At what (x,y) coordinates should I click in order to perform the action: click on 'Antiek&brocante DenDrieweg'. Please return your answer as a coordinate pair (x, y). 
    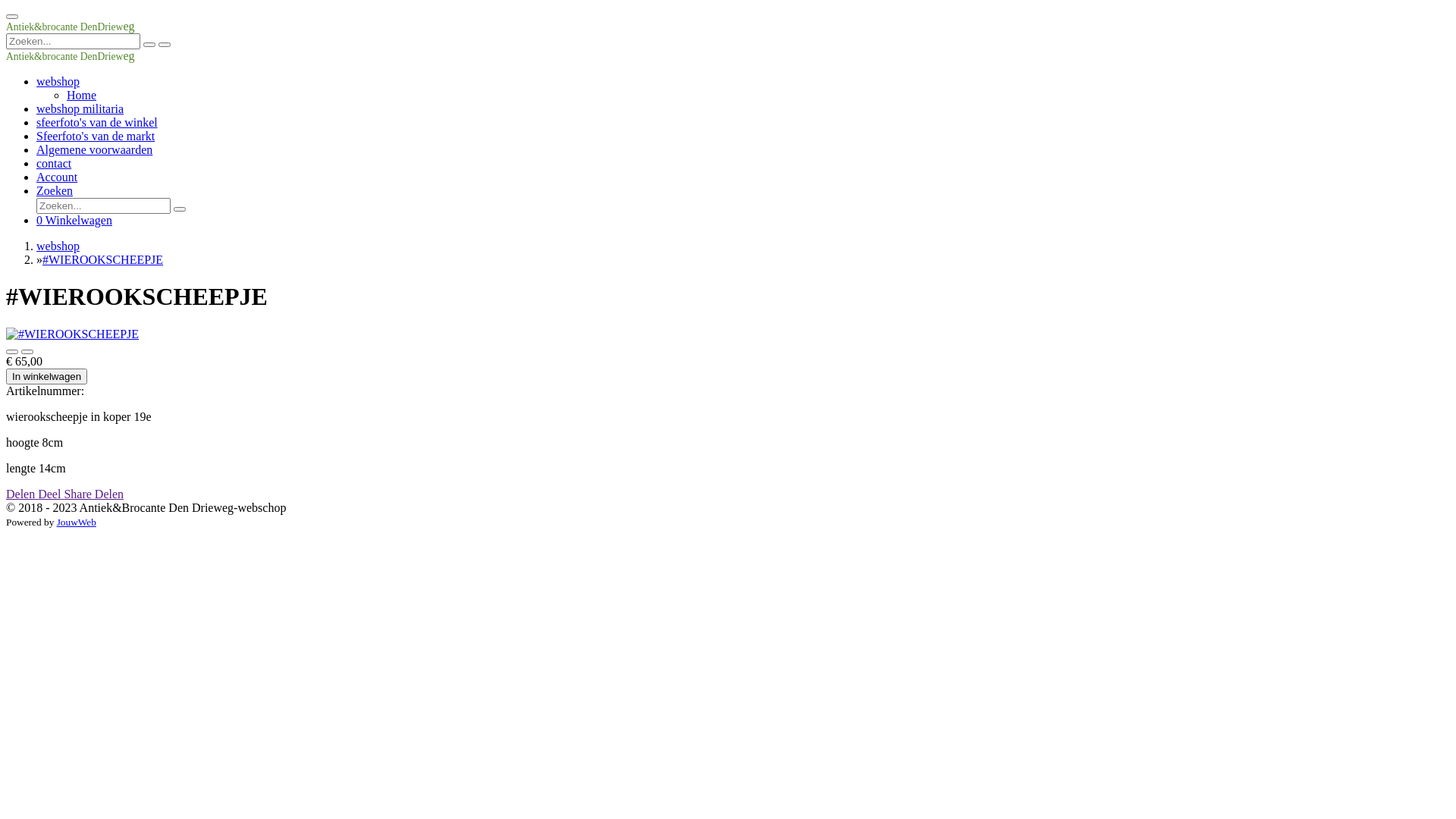
    Looking at the image, I should click on (69, 26).